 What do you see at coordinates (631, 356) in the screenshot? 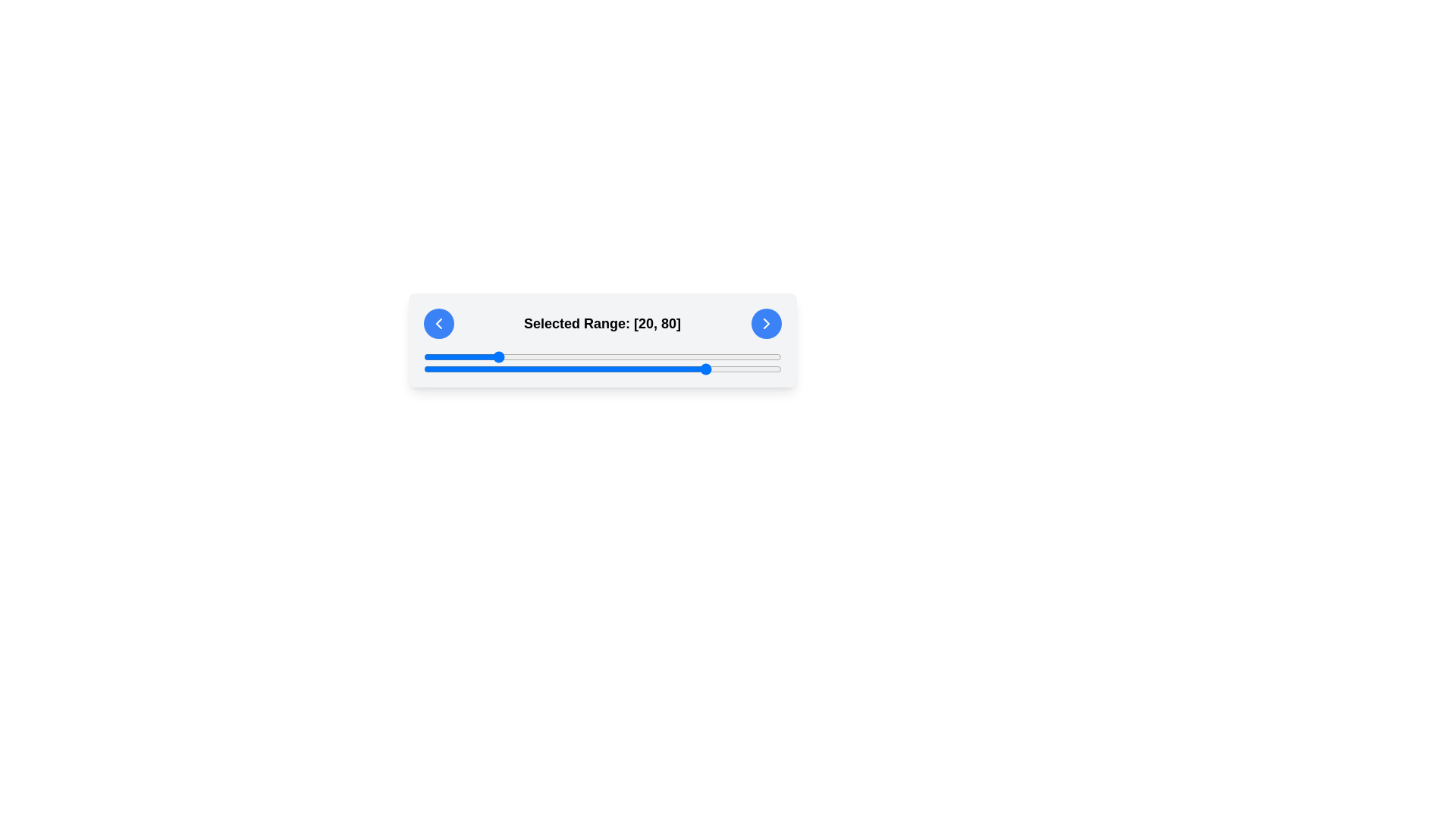
I see `slider value` at bounding box center [631, 356].